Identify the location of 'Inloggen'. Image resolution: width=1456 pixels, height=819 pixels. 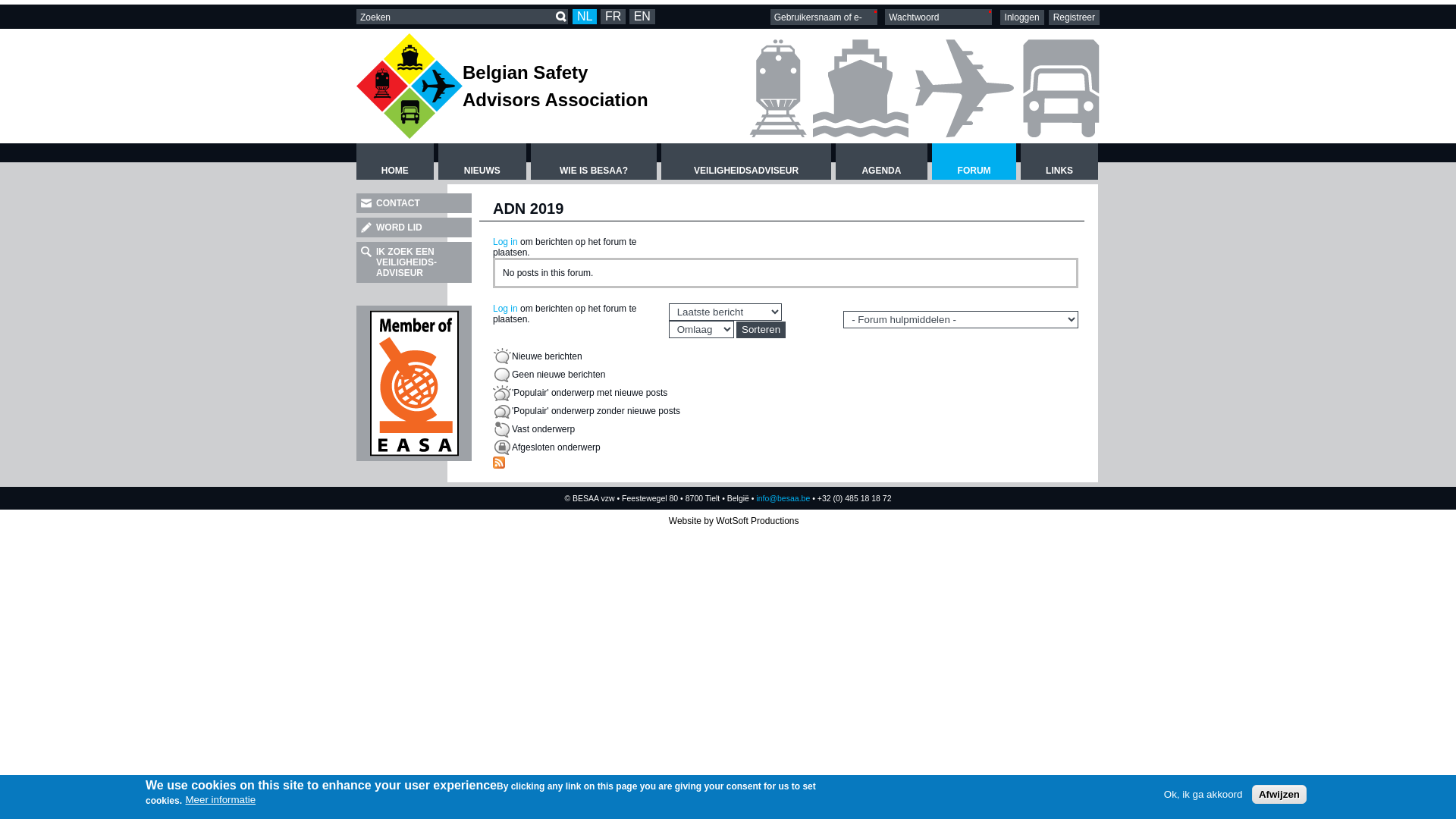
(1000, 17).